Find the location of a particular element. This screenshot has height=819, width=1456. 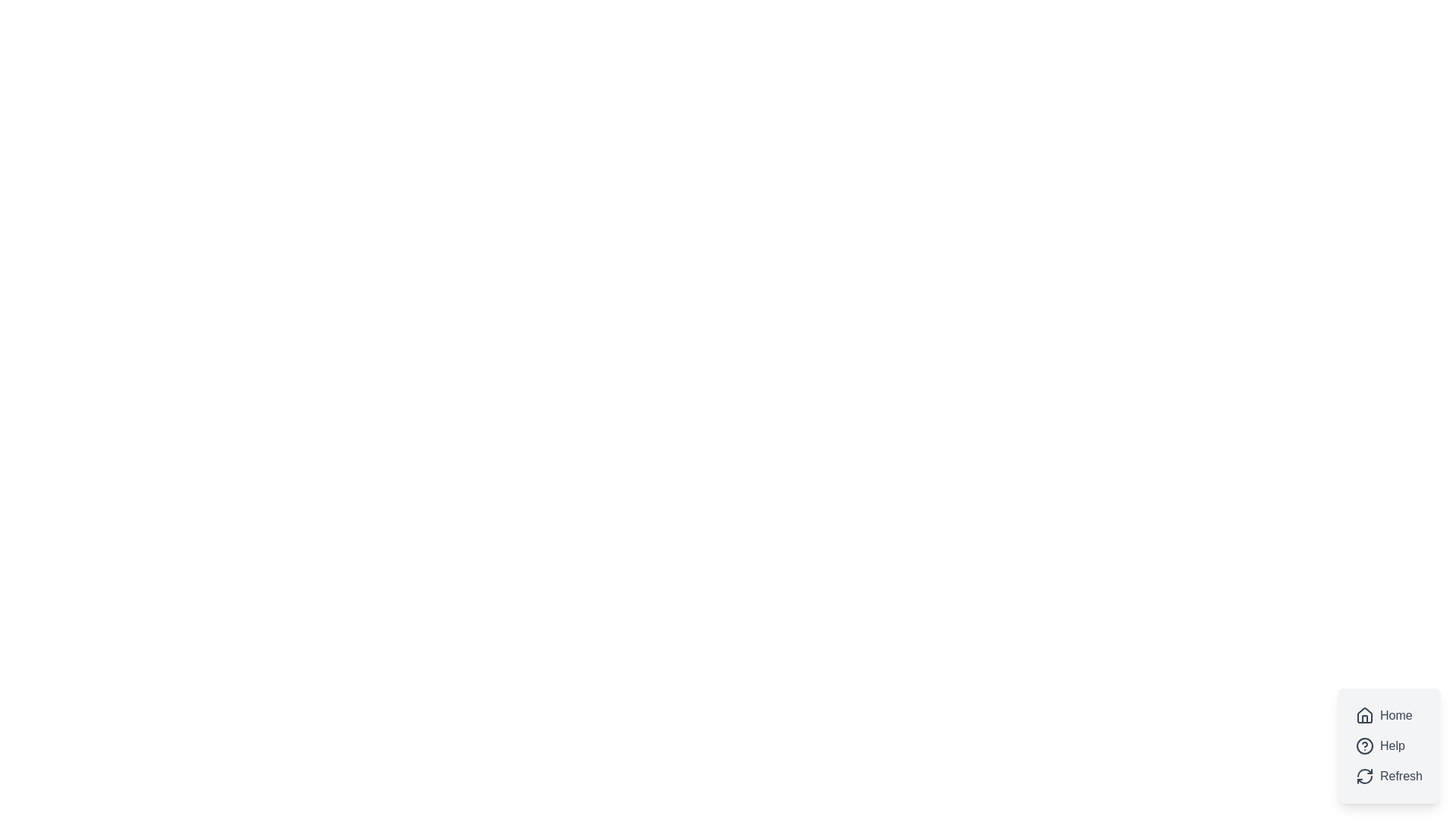

the 'Help' button in the grouped button set located in the bottom-right corner of the interface is located at coordinates (1389, 745).